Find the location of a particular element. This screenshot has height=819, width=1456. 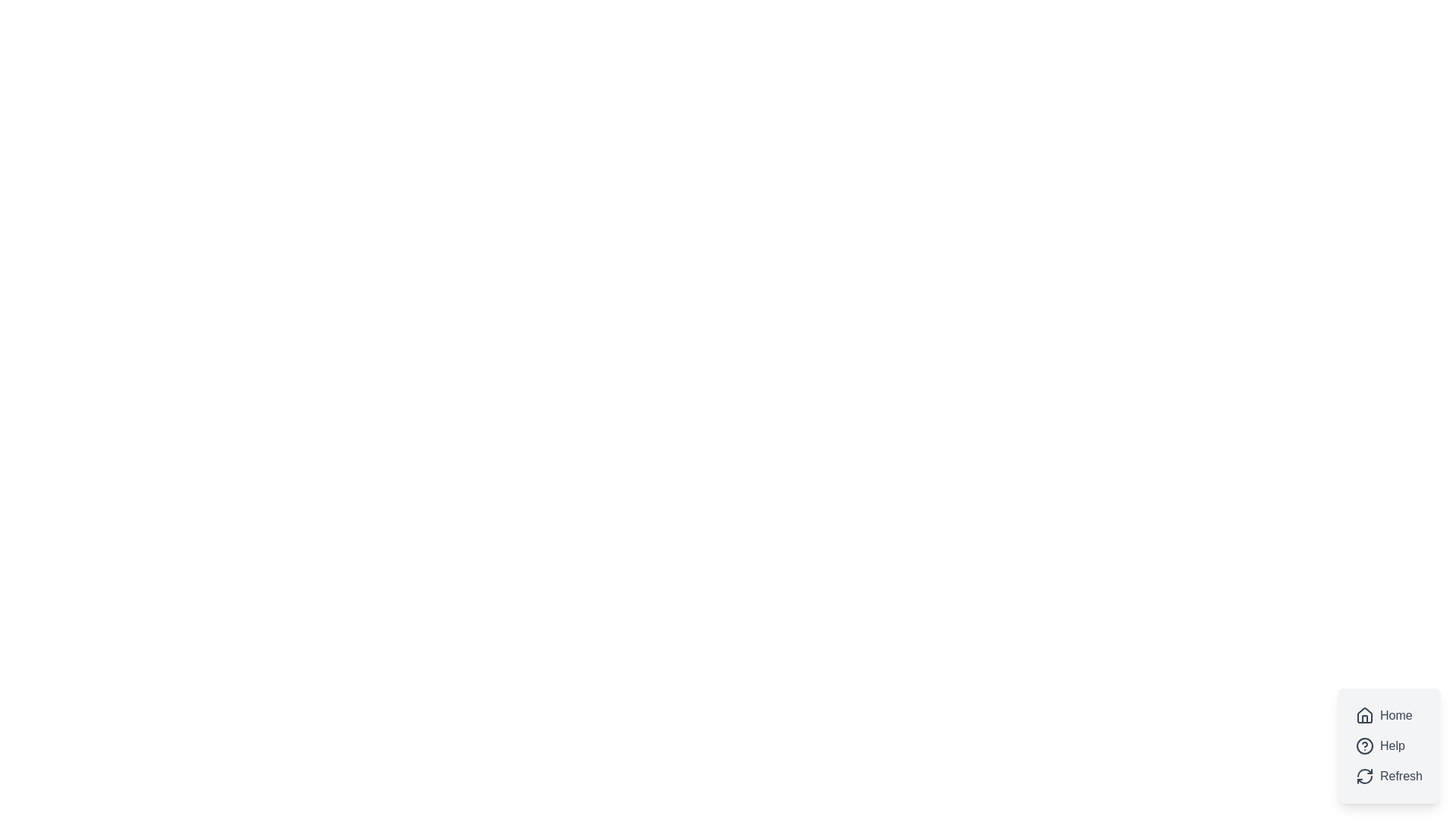

the 'Help' button in the grouped button set located in the bottom-right corner of the interface is located at coordinates (1389, 745).